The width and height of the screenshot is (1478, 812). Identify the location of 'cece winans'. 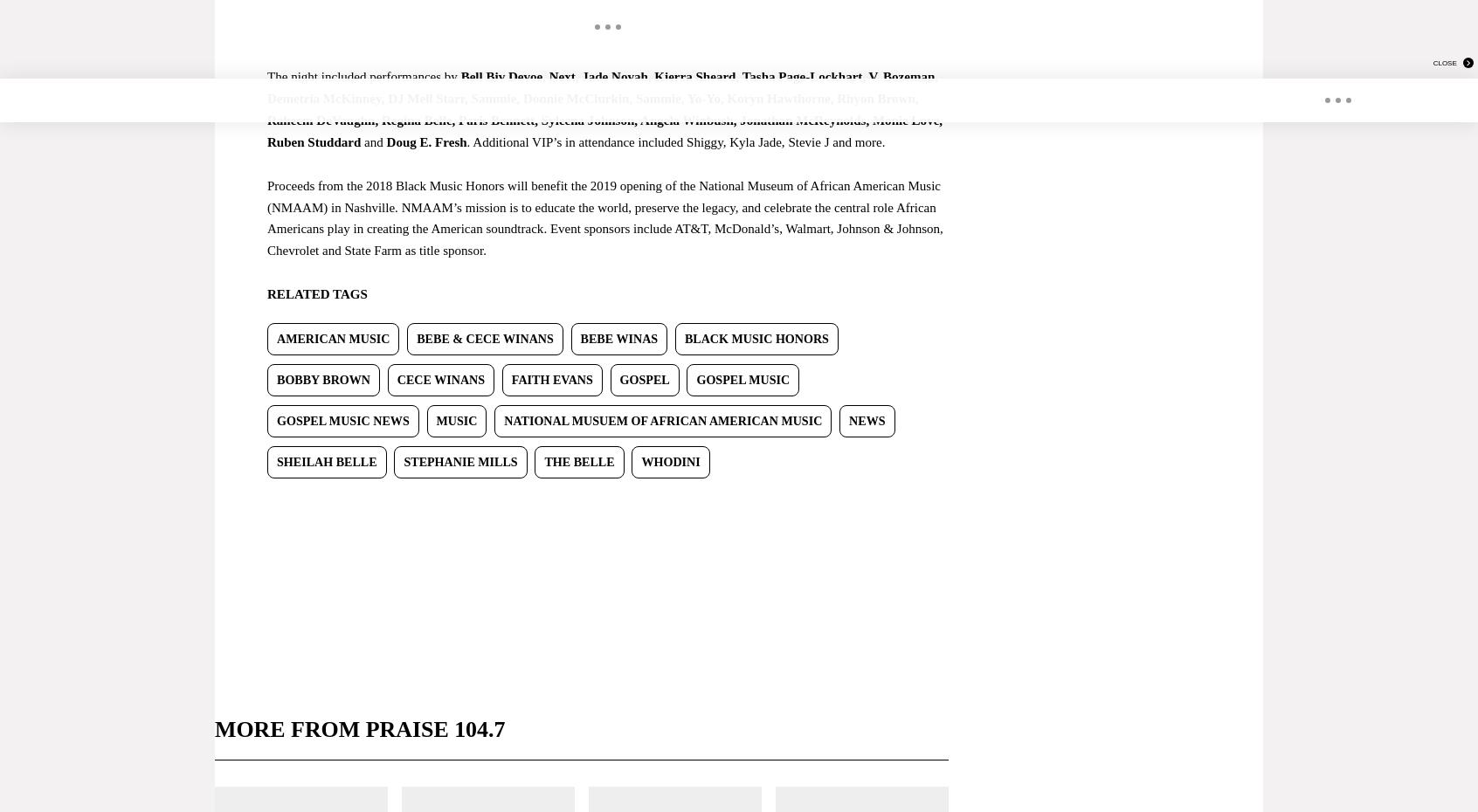
(440, 379).